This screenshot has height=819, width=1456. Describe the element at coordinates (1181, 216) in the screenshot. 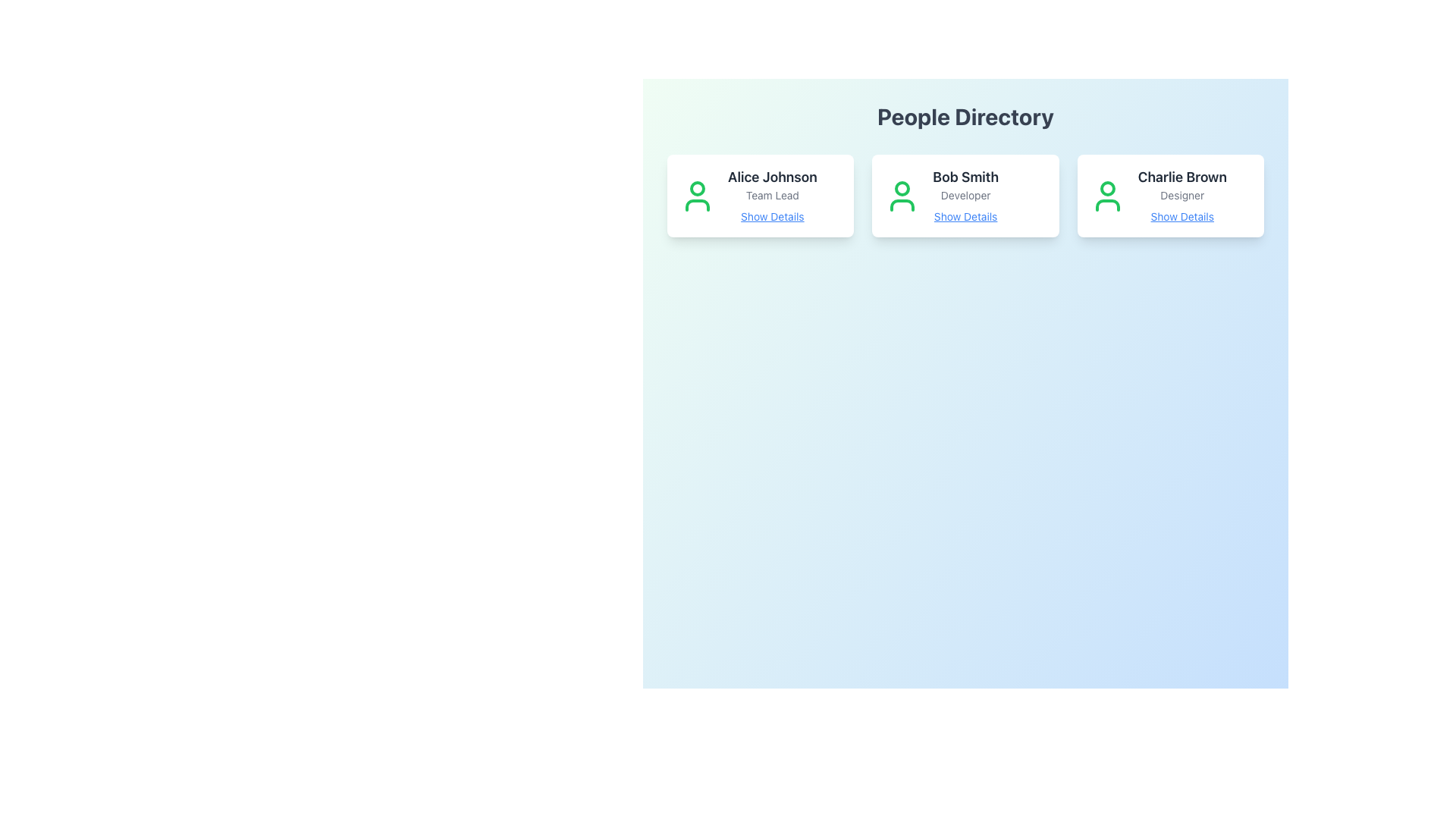

I see `the 'Show Details' hyperlink at the bottom of Charlie Brown's card to view the context menu` at that location.